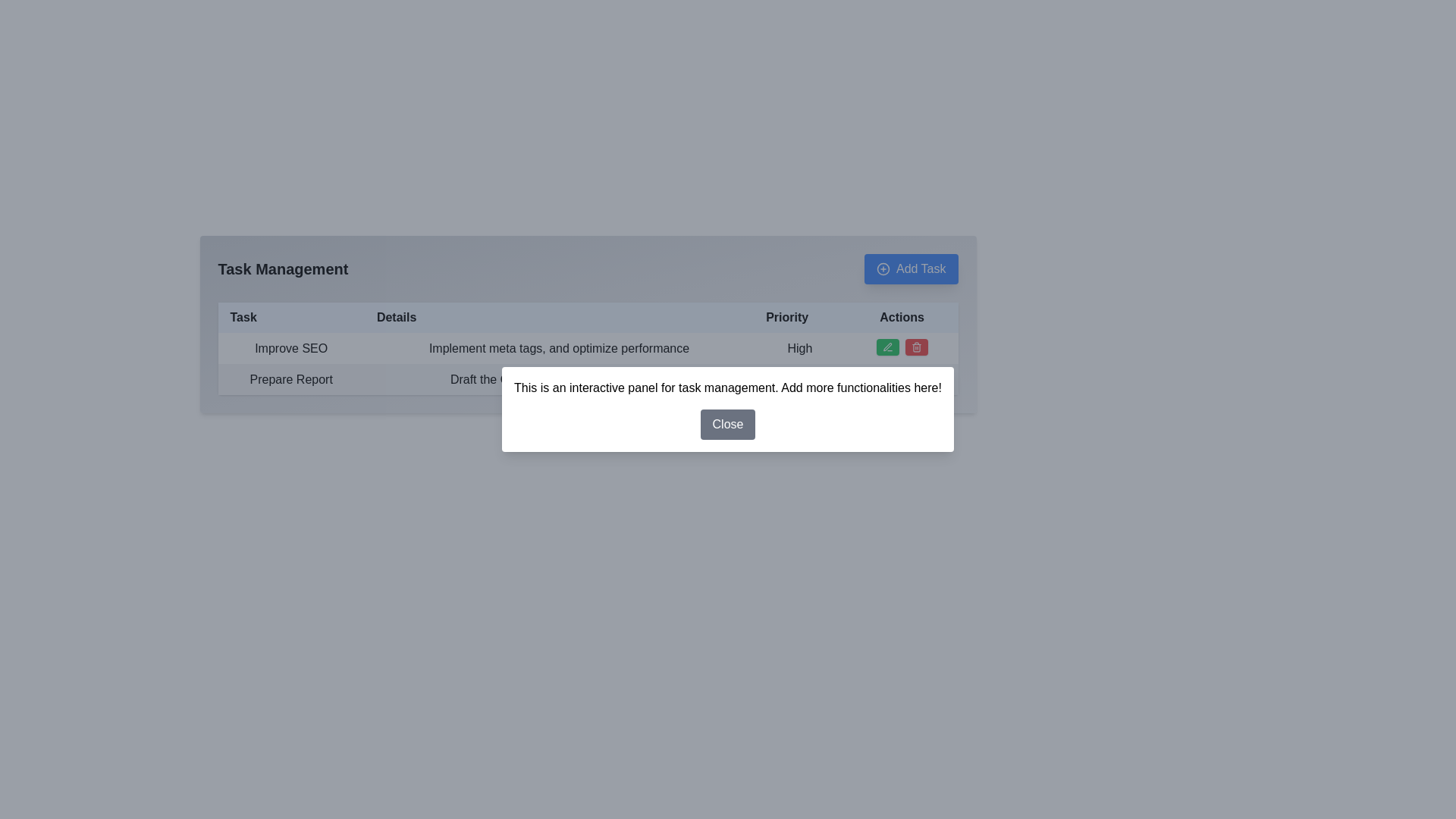  What do you see at coordinates (887, 347) in the screenshot?
I see `the 'Edit' button located in the 'Actions' column of the row for the task titled 'Improve SEO'` at bounding box center [887, 347].